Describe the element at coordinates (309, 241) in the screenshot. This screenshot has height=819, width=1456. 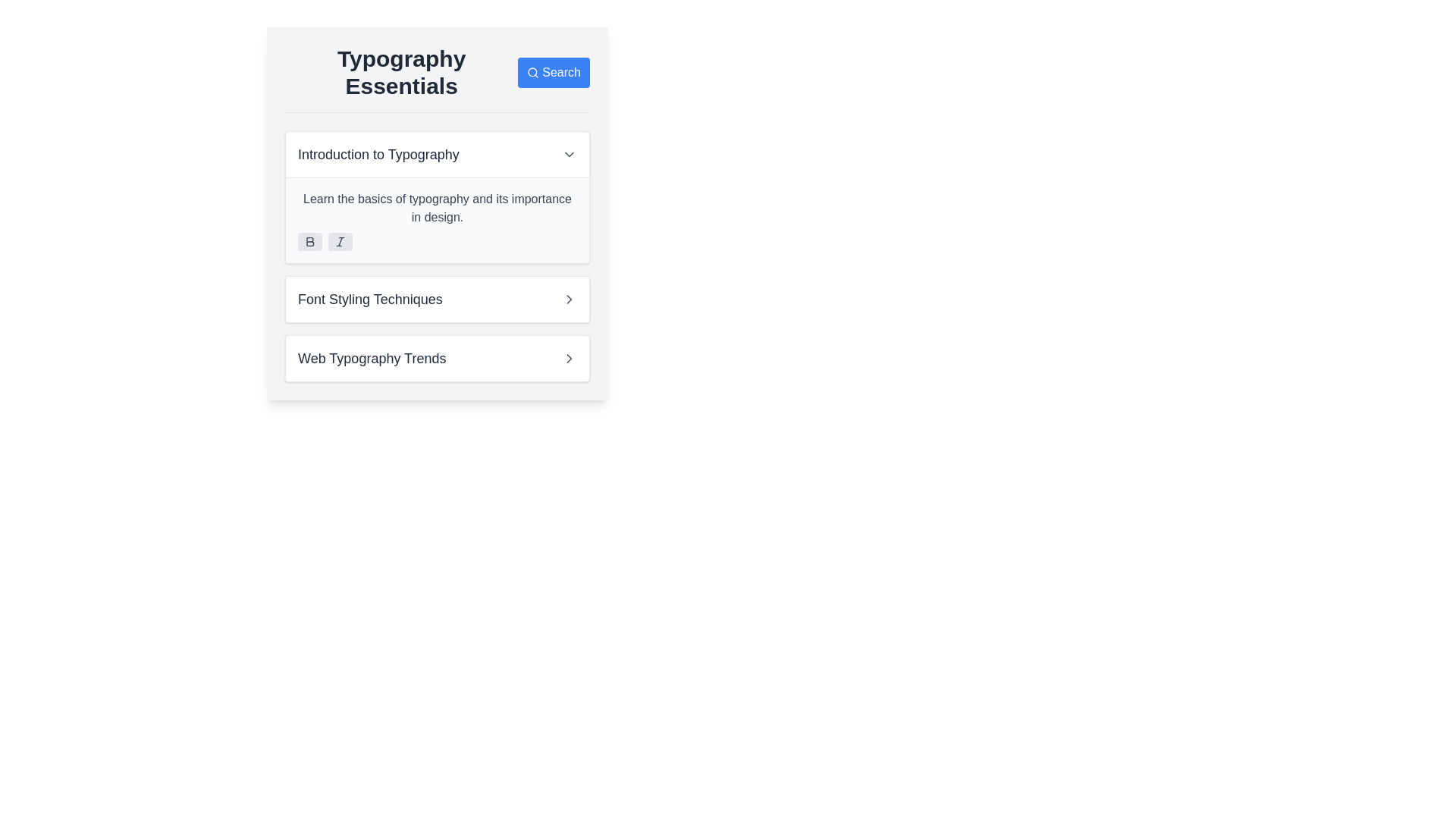
I see `the bold formatting icon located in the expanded 'Introduction to Typography' section` at that location.